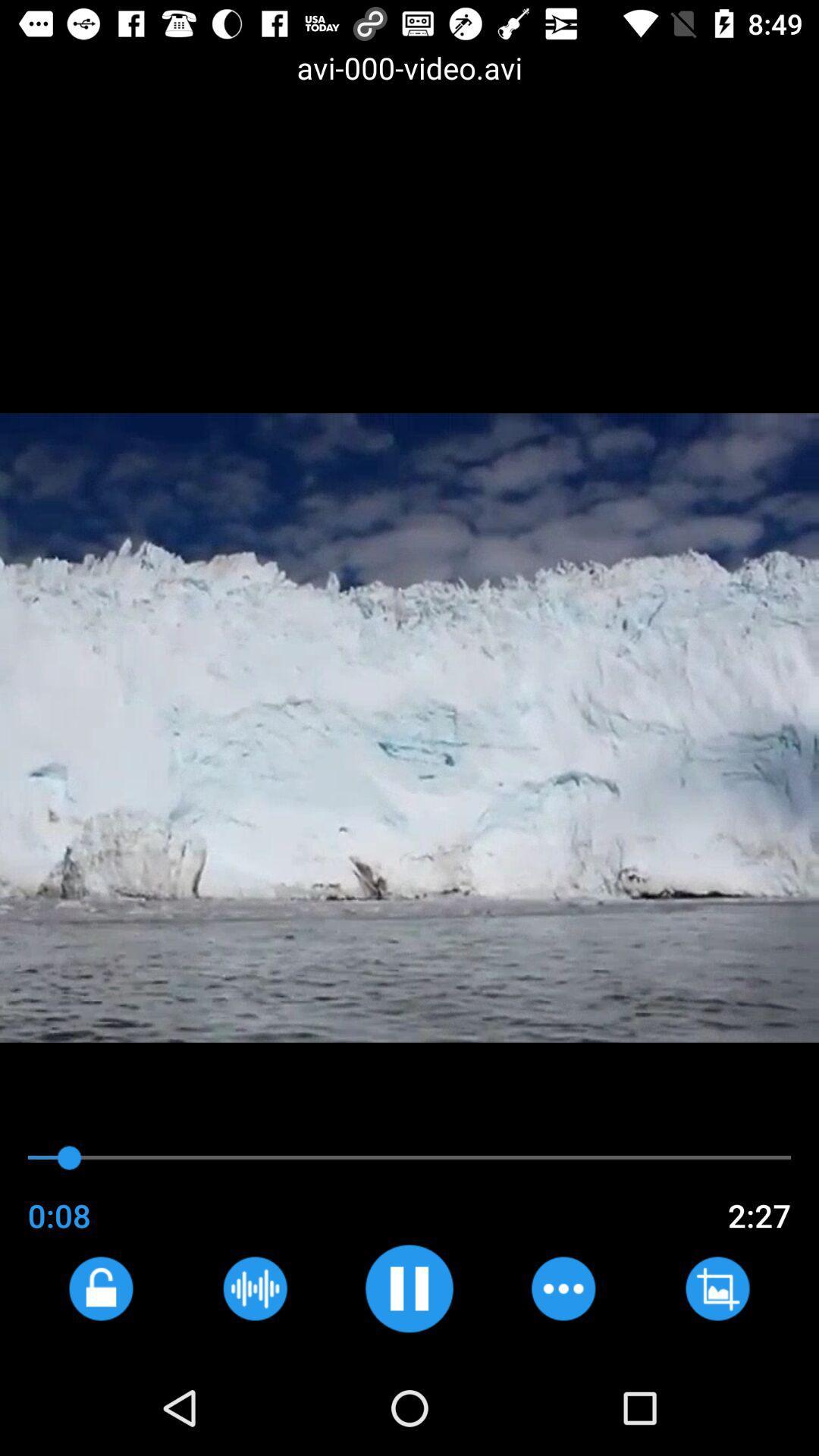 This screenshot has width=819, height=1456. I want to click on button, so click(408, 1288).